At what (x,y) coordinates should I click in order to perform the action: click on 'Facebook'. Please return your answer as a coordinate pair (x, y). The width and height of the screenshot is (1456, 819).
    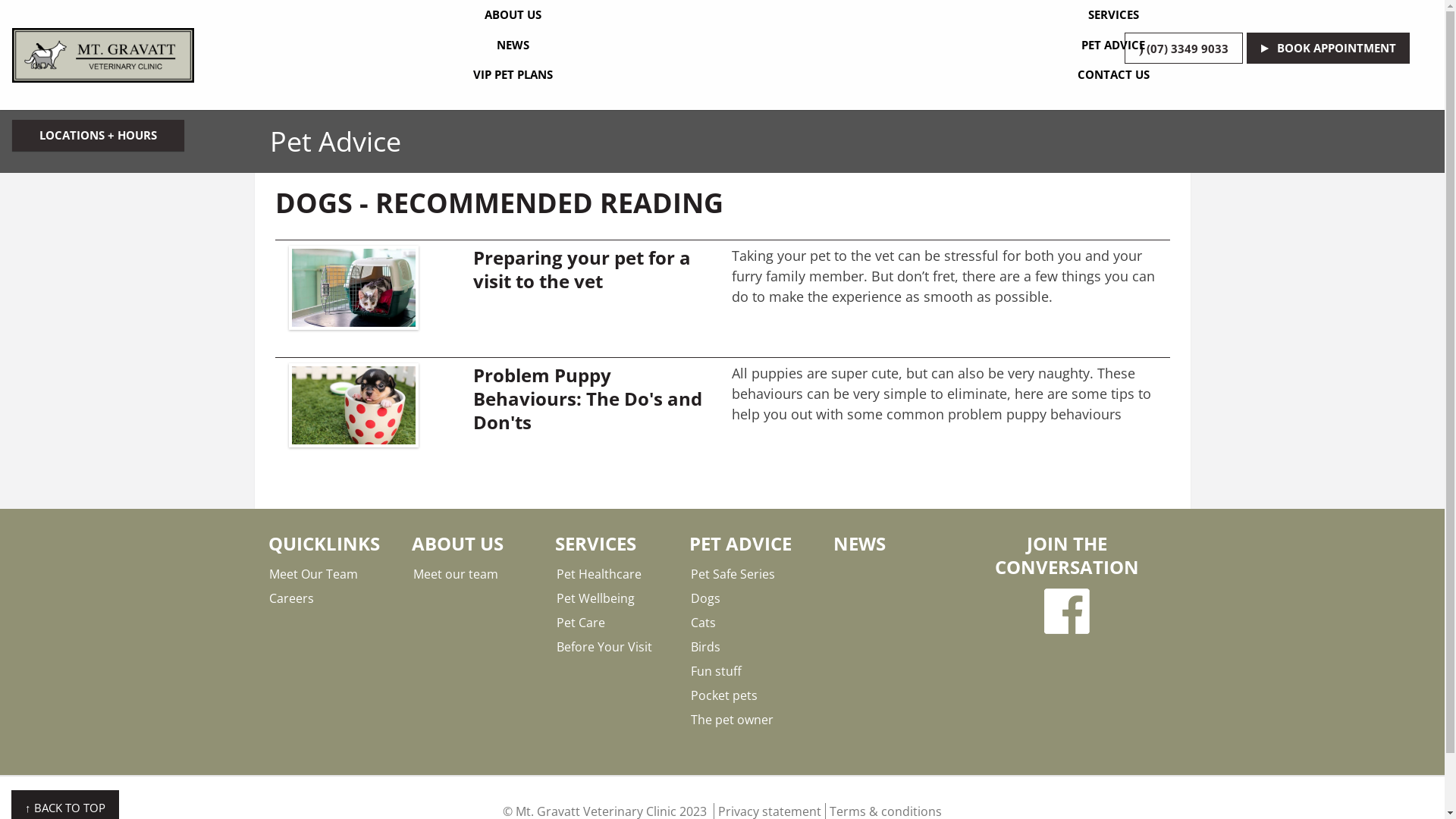
    Looking at the image, I should click on (1065, 610).